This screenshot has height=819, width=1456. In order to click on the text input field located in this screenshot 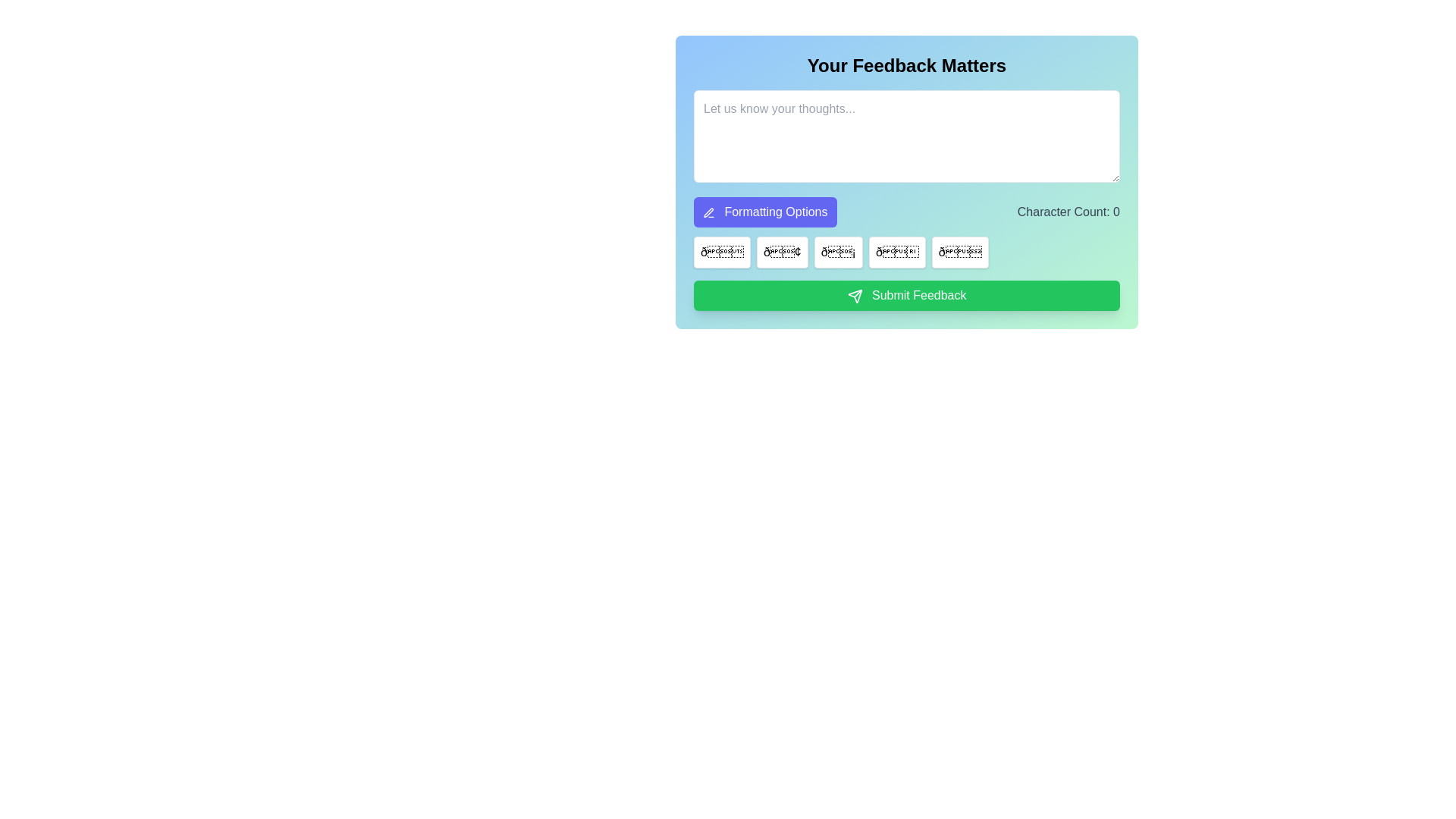, I will do `click(906, 181)`.